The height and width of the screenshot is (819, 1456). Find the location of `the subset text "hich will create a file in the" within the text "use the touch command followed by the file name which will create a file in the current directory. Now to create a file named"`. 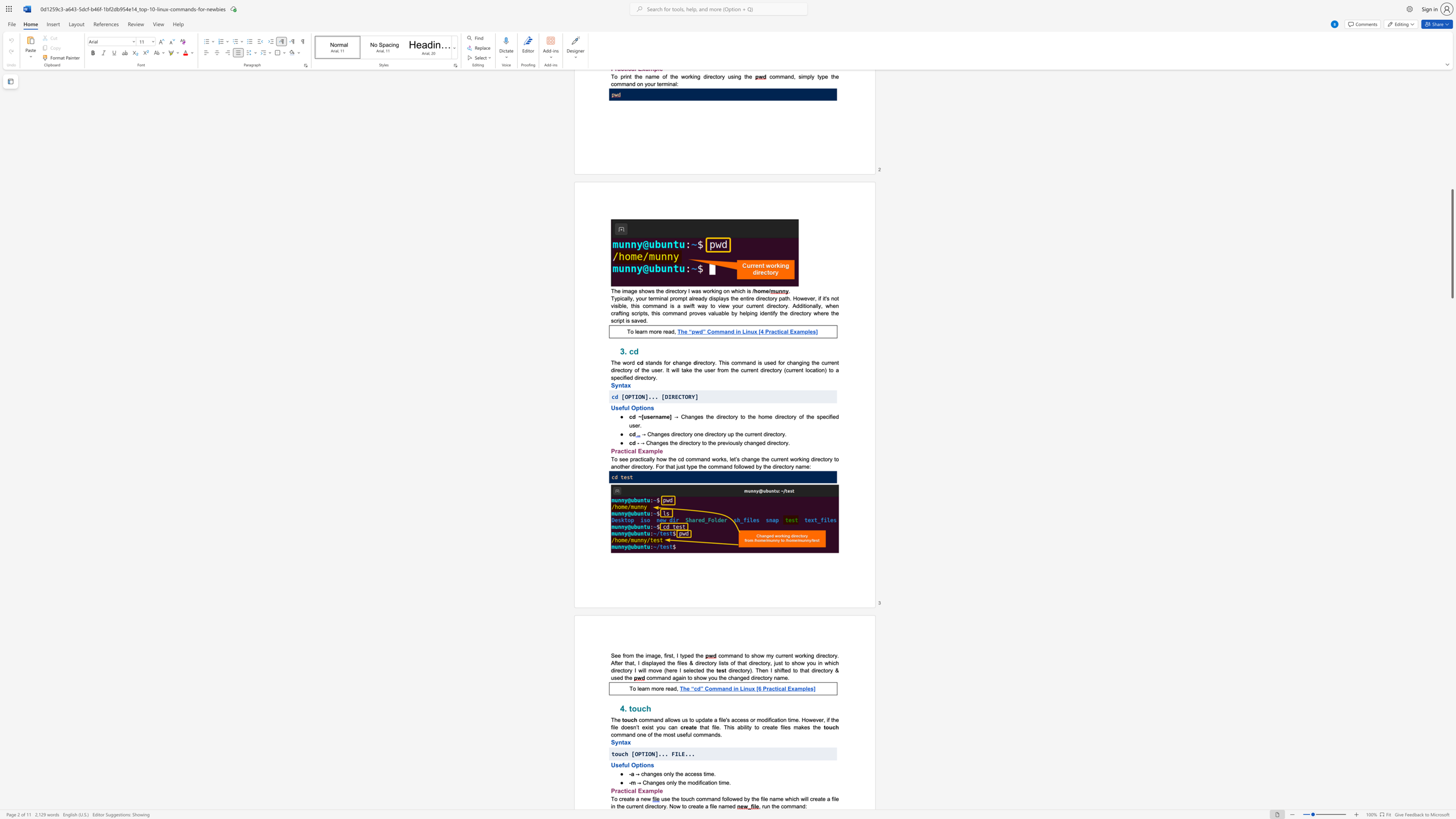

the subset text "hich will create a file in the" within the text "use the touch command followed by the file name which will create a file in the current directory. Now to create a file named" is located at coordinates (788, 798).